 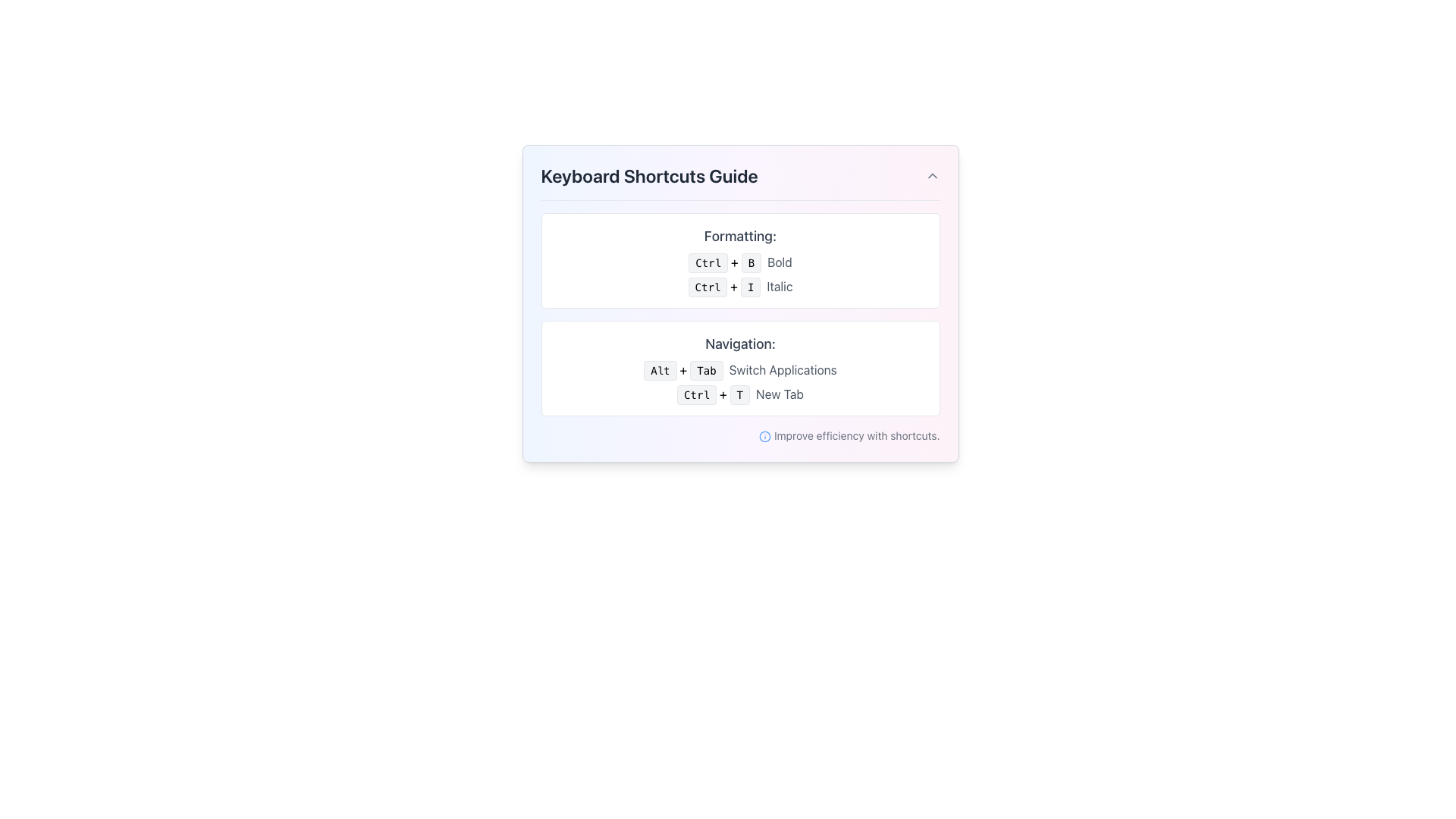 I want to click on the Button-Like Label representing the 'Alt' key in the 'Navigation' section of the 'Keyboard Shortcuts Guide' panel, so click(x=660, y=371).